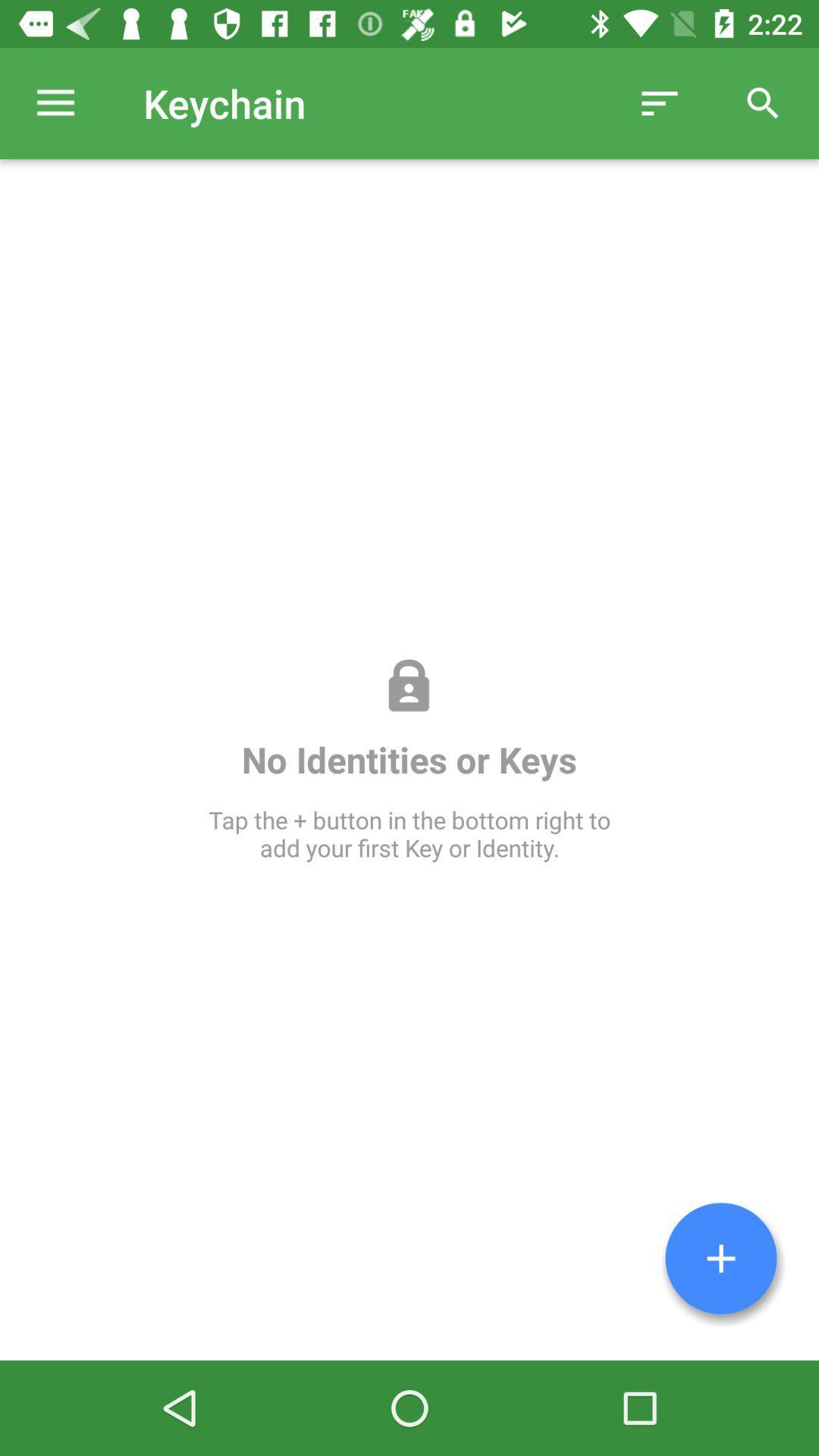  Describe the element at coordinates (720, 1258) in the screenshot. I see `new item` at that location.